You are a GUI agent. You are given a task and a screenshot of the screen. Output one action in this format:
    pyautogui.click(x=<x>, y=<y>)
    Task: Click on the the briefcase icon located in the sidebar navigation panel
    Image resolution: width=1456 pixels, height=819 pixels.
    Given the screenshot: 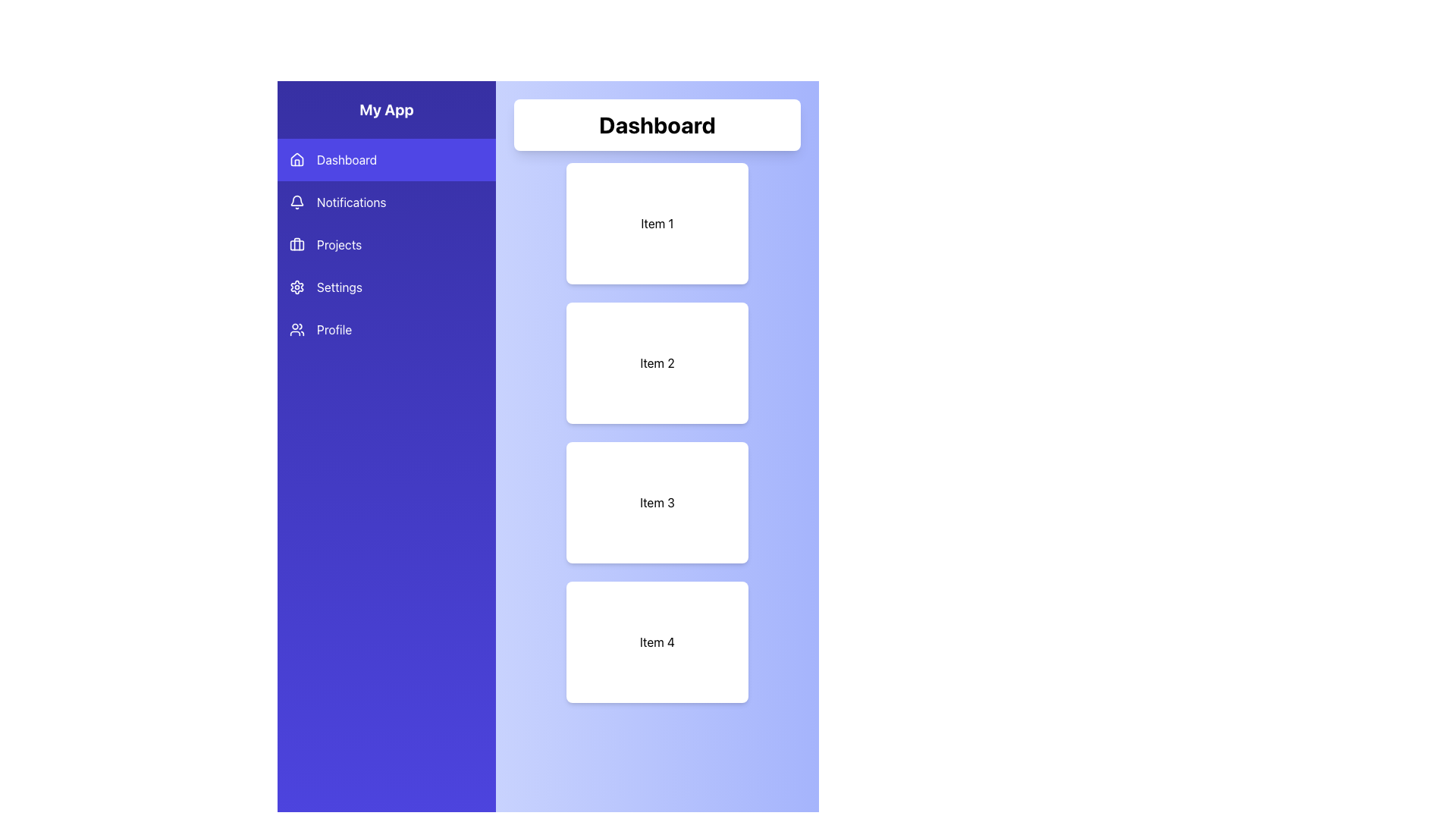 What is the action you would take?
    pyautogui.click(x=297, y=244)
    